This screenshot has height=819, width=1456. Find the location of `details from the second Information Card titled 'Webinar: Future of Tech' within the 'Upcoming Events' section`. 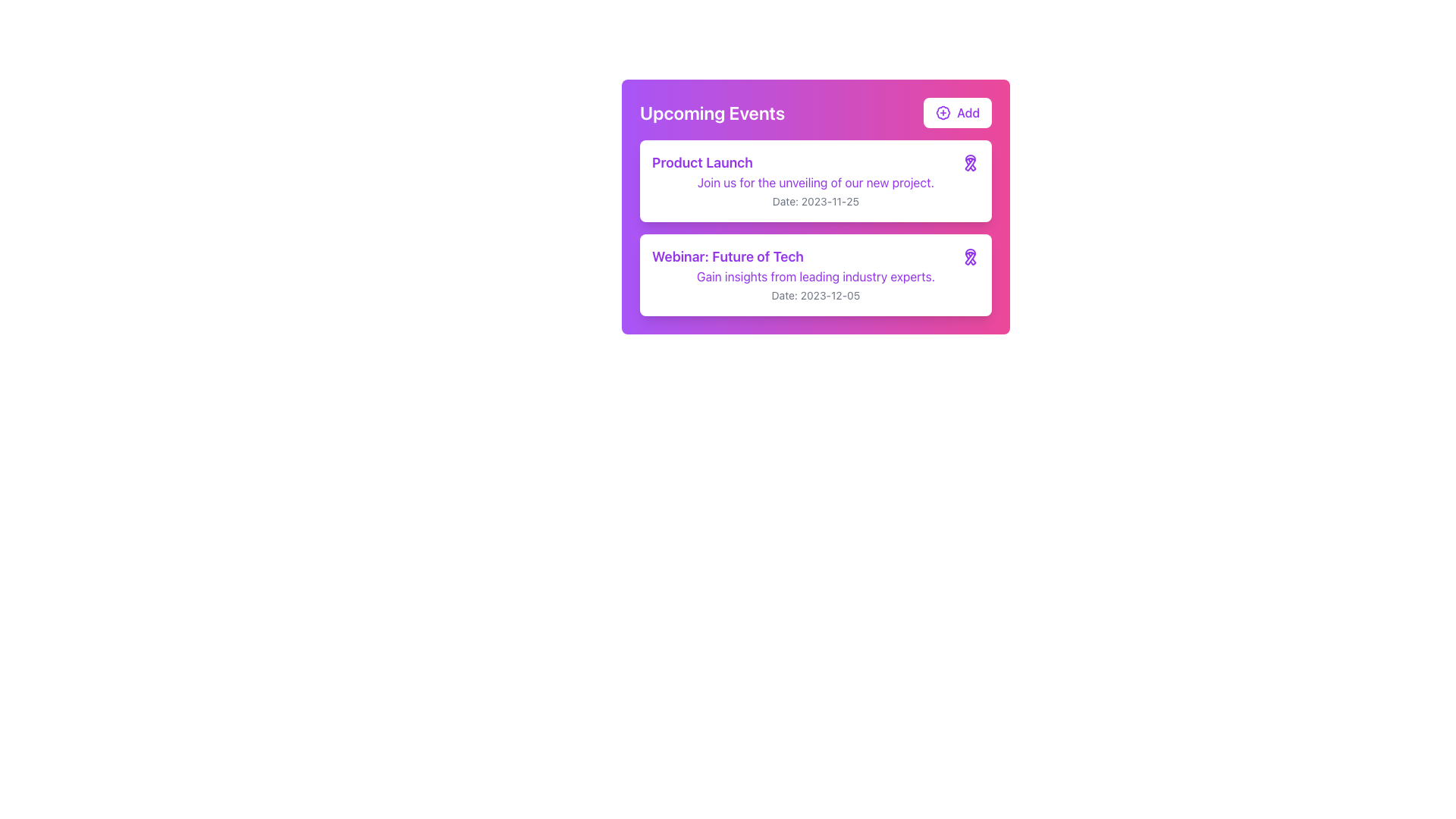

details from the second Information Card titled 'Webinar: Future of Tech' within the 'Upcoming Events' section is located at coordinates (814, 275).